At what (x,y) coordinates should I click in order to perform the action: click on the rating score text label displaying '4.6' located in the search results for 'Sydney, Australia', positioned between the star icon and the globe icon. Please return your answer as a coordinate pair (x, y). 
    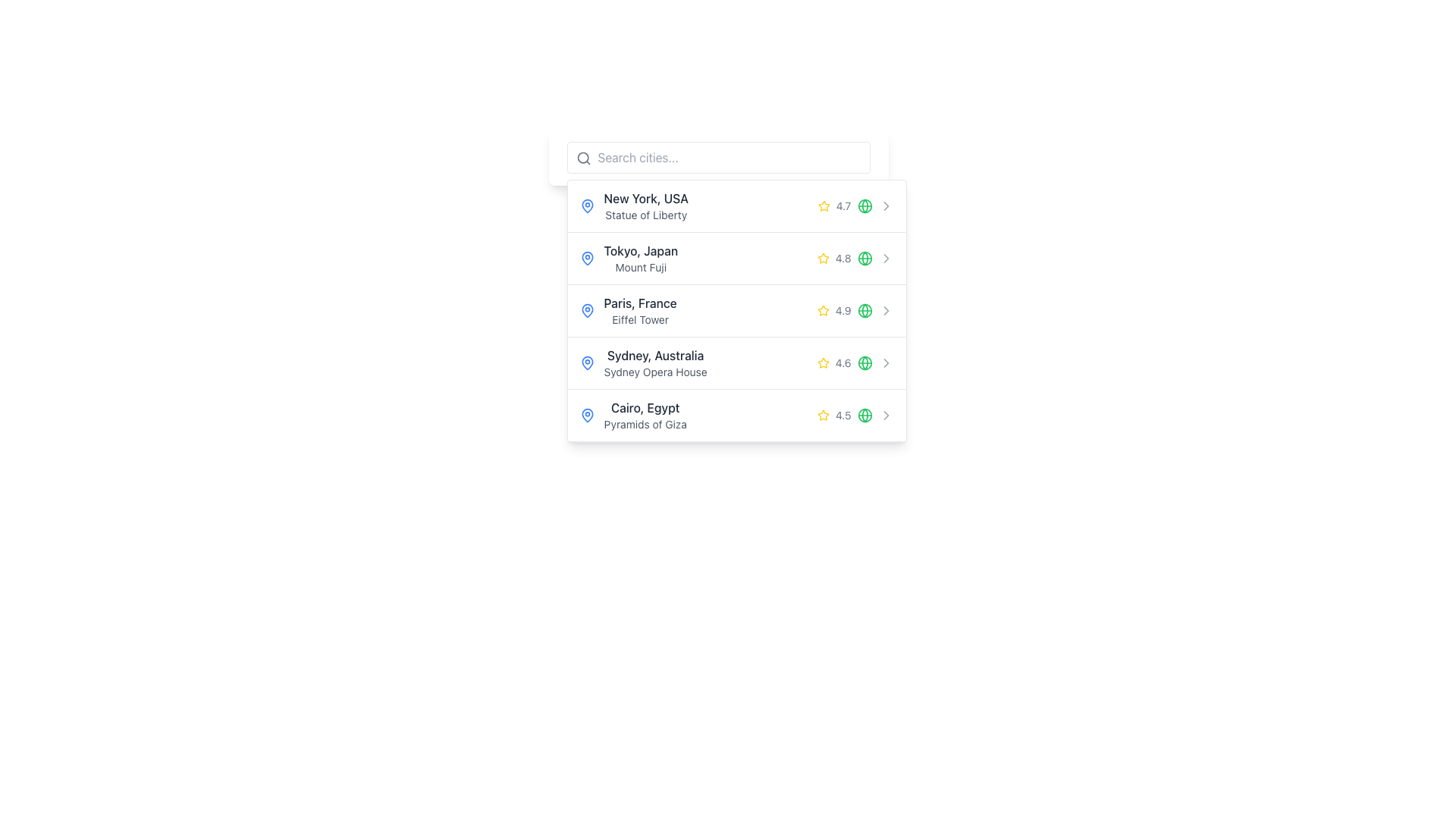
    Looking at the image, I should click on (844, 362).